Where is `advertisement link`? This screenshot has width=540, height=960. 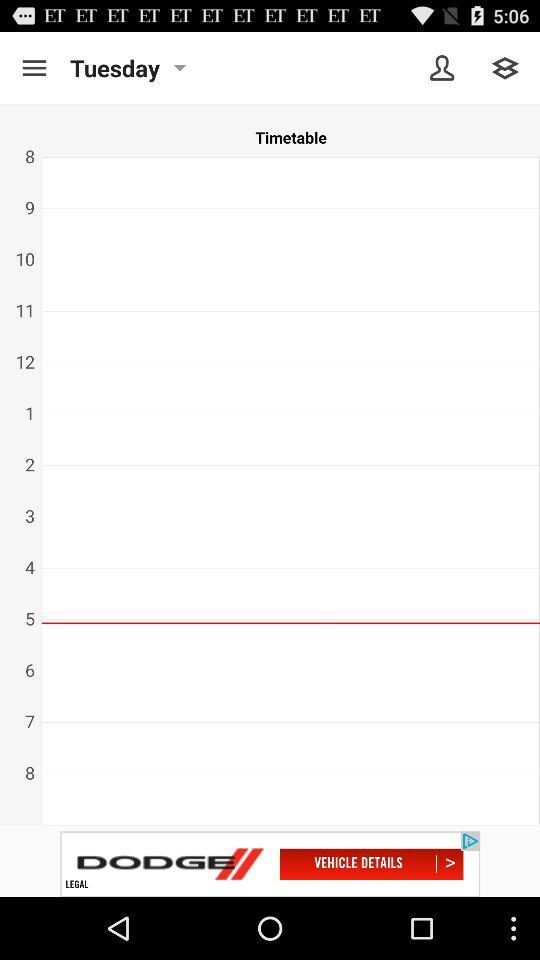 advertisement link is located at coordinates (270, 863).